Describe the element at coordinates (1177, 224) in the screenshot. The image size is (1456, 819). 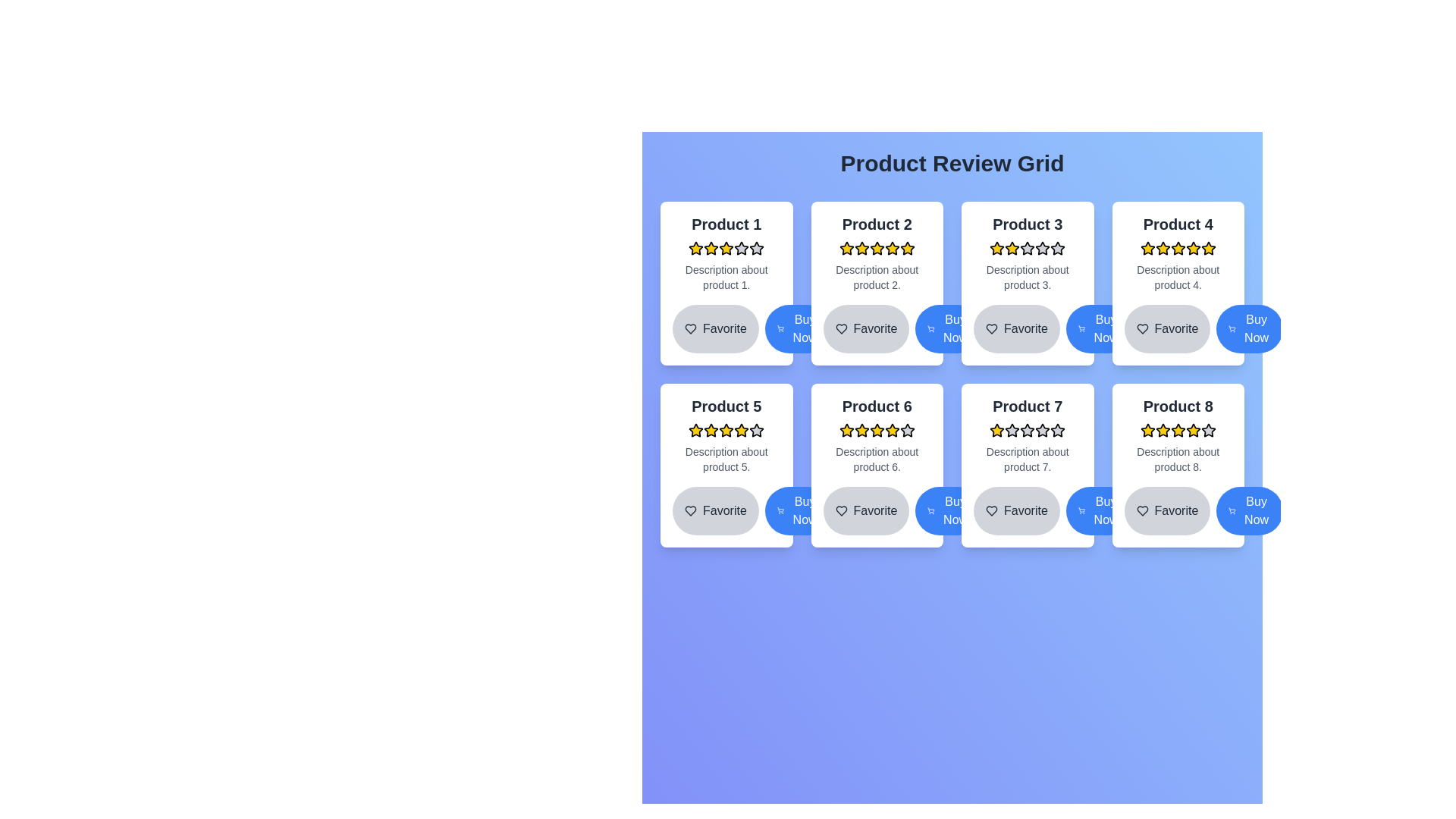
I see `the title text of the product card for 'Product 4', which is located at the upper-center portion of the card layout` at that location.